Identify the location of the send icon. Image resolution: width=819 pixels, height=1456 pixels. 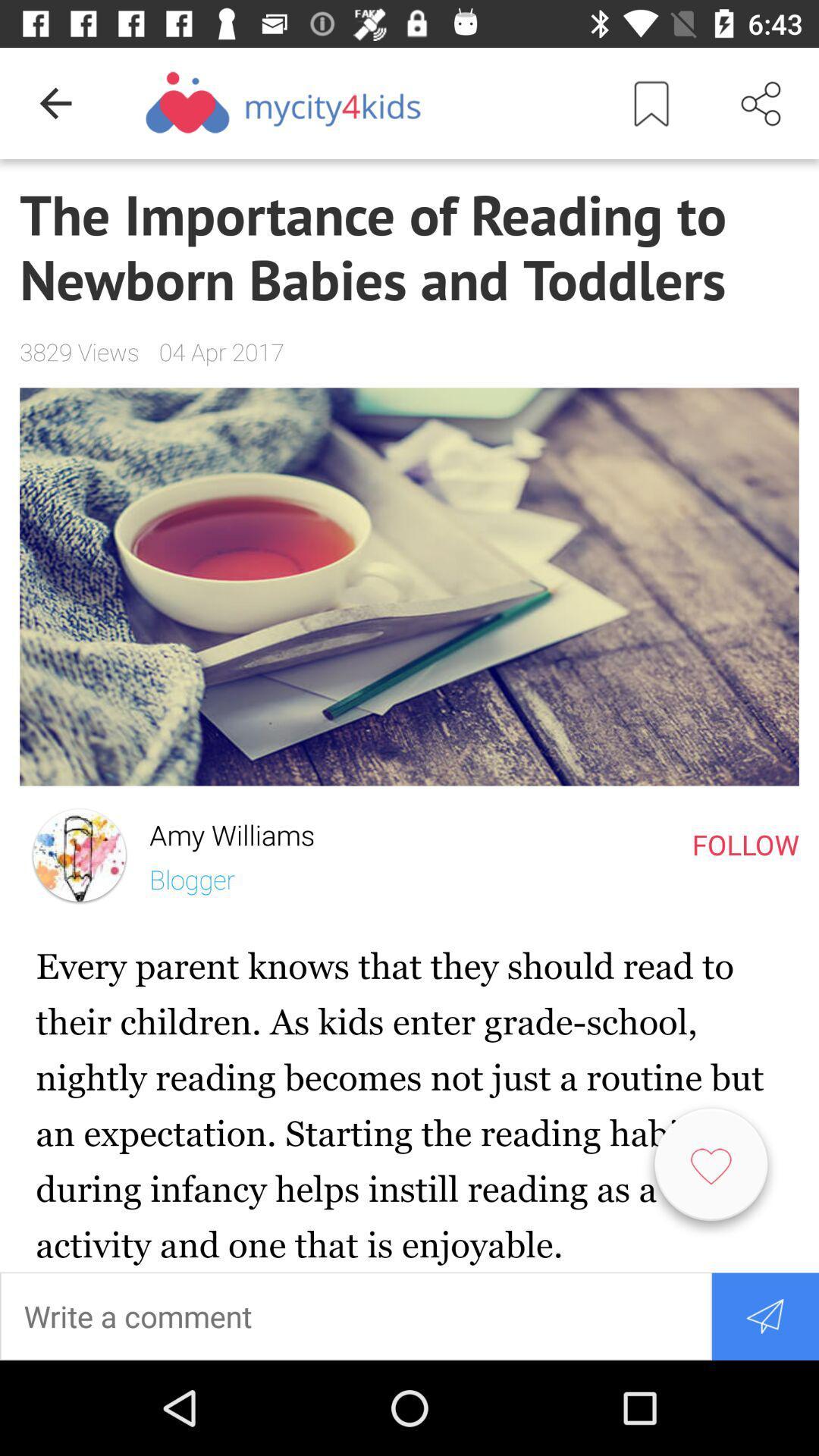
(765, 1315).